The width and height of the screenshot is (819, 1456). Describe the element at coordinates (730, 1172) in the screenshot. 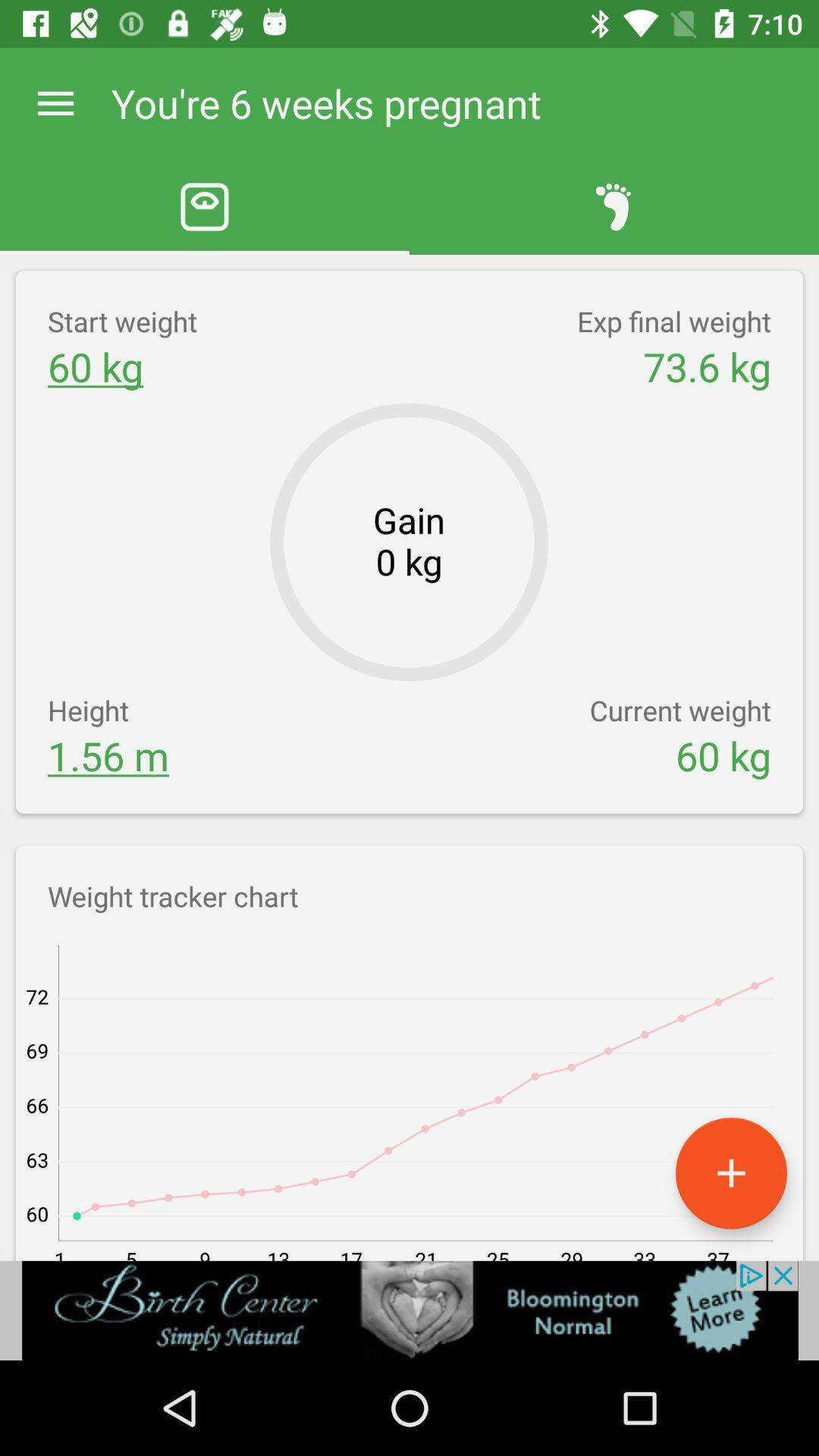

I see `open new window` at that location.